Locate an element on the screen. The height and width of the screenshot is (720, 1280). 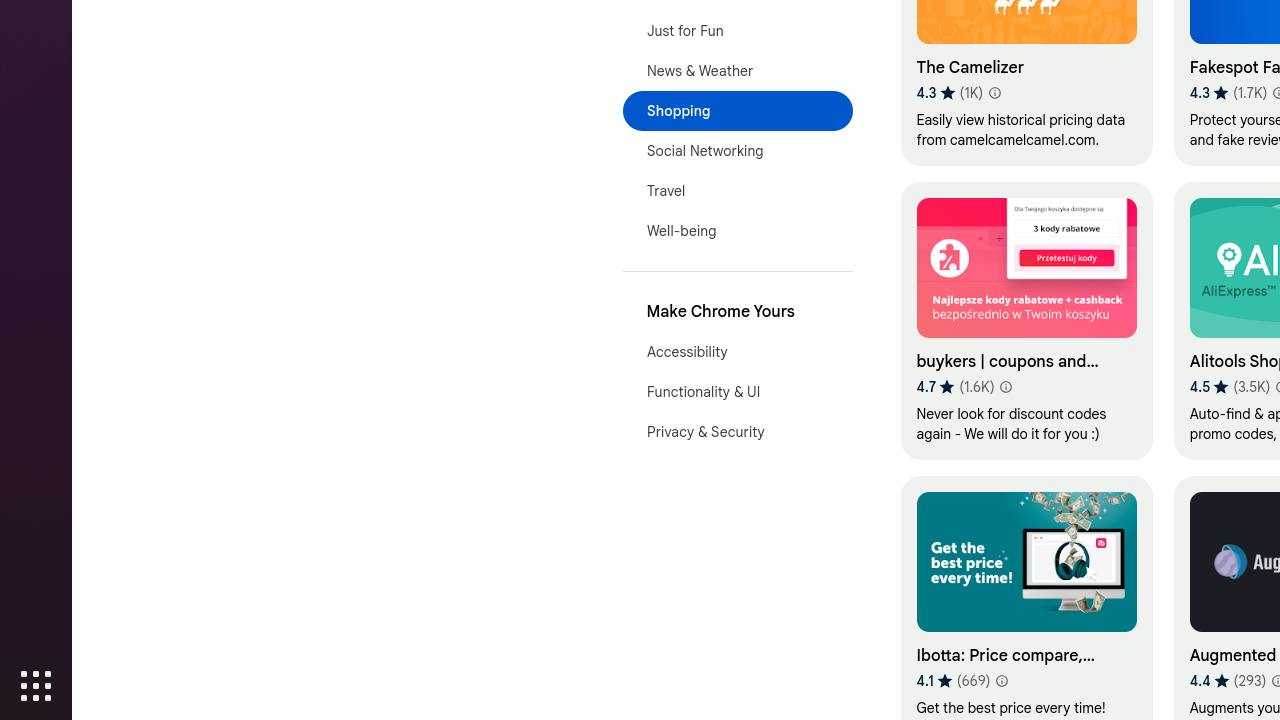
'Learn more about results and reviews "buykers | coupons and discount codes"' is located at coordinates (1005, 387).